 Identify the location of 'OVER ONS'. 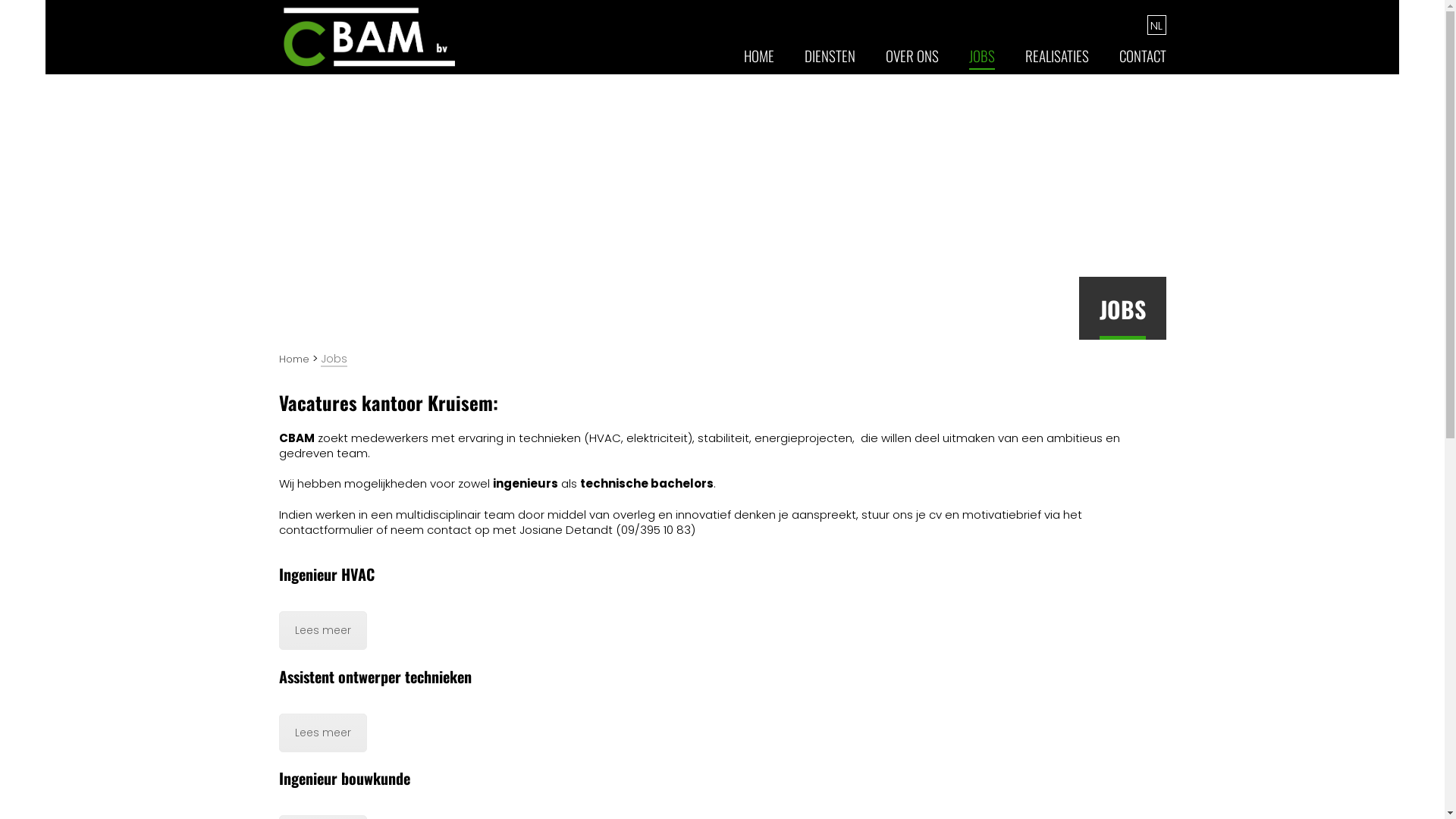
(912, 61).